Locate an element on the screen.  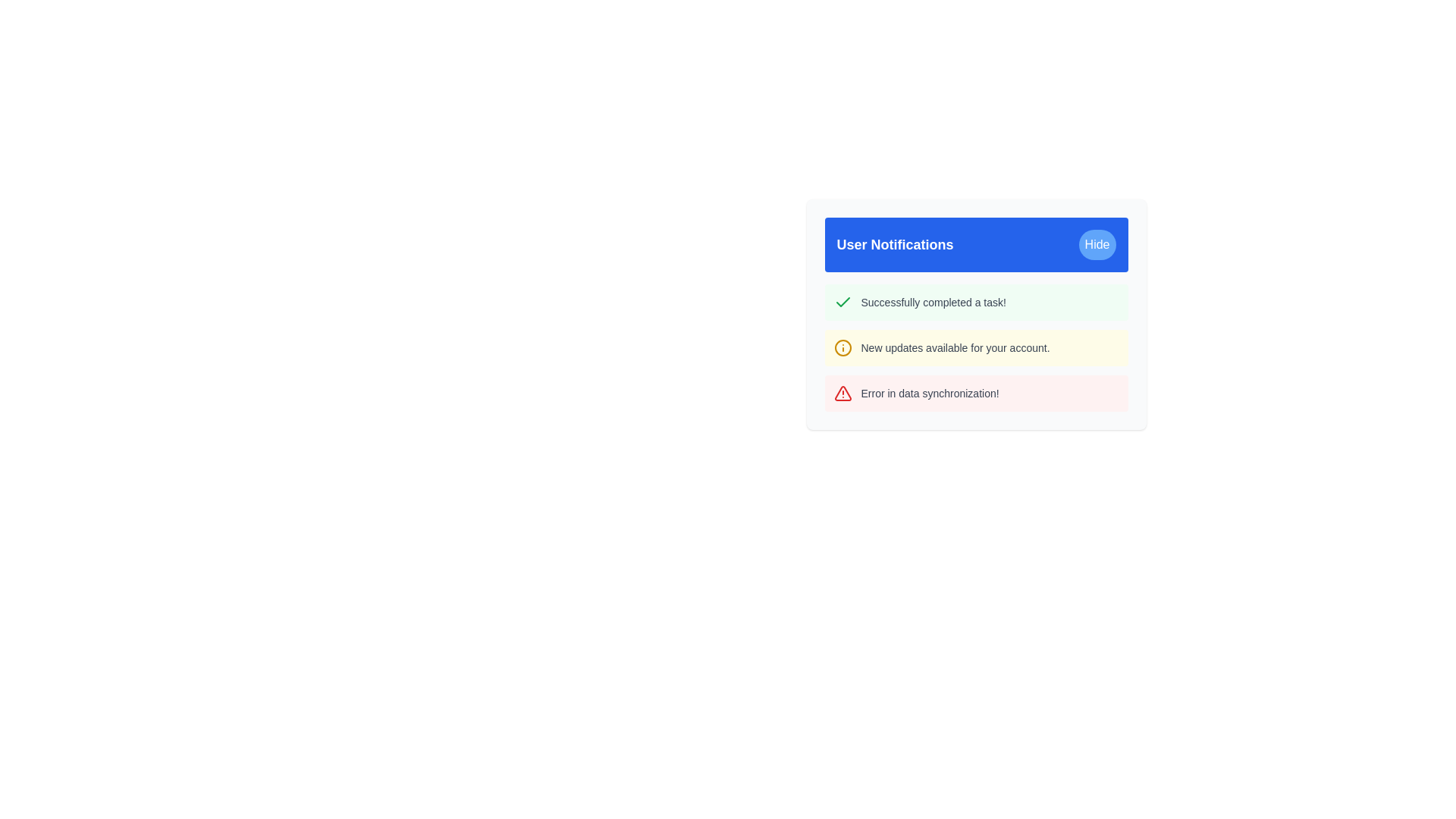
the circular element within the SVG graphic located in the top-right section of the 'User Notifications' panel is located at coordinates (842, 348).